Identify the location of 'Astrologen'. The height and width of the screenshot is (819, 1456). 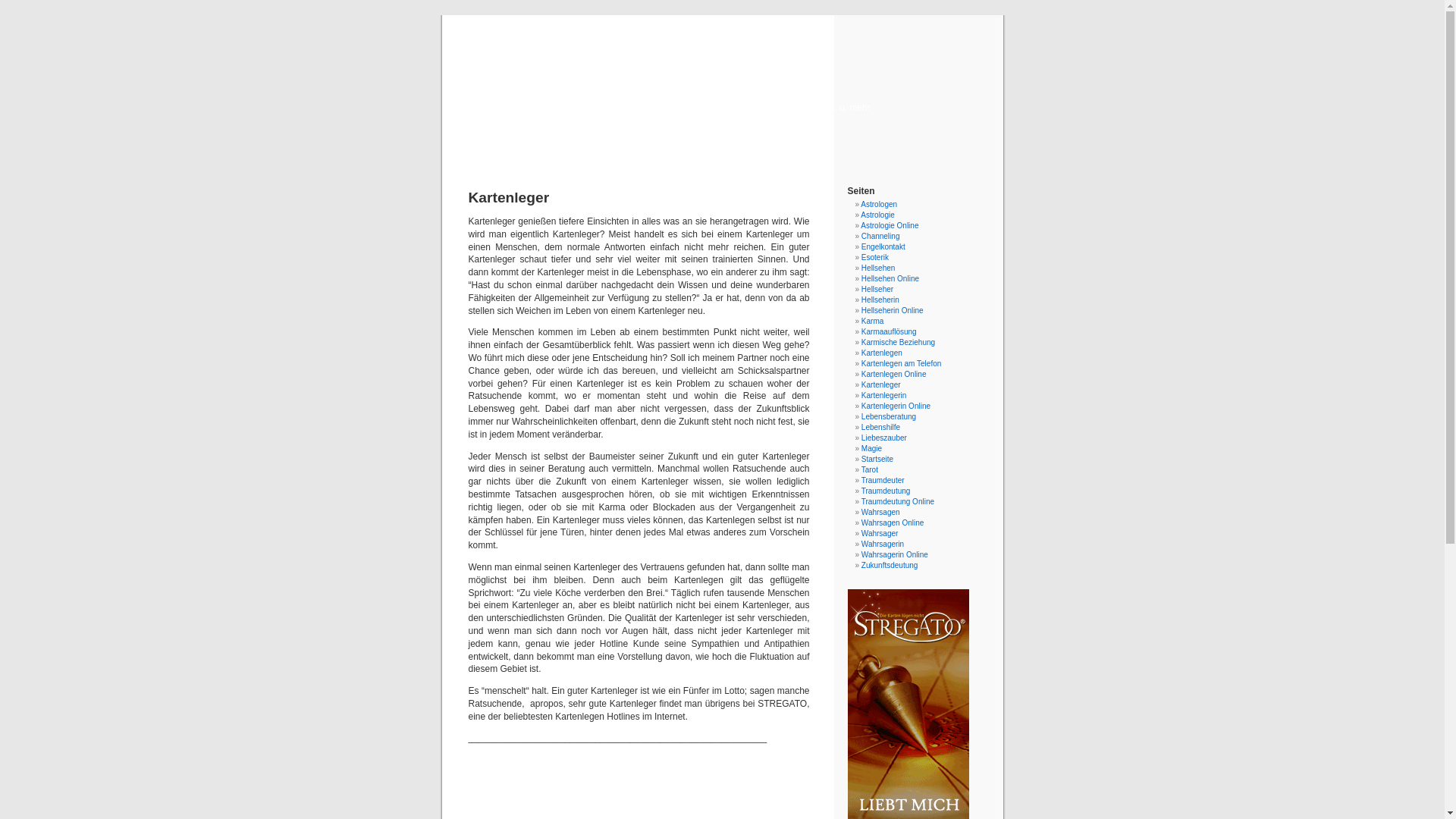
(860, 203).